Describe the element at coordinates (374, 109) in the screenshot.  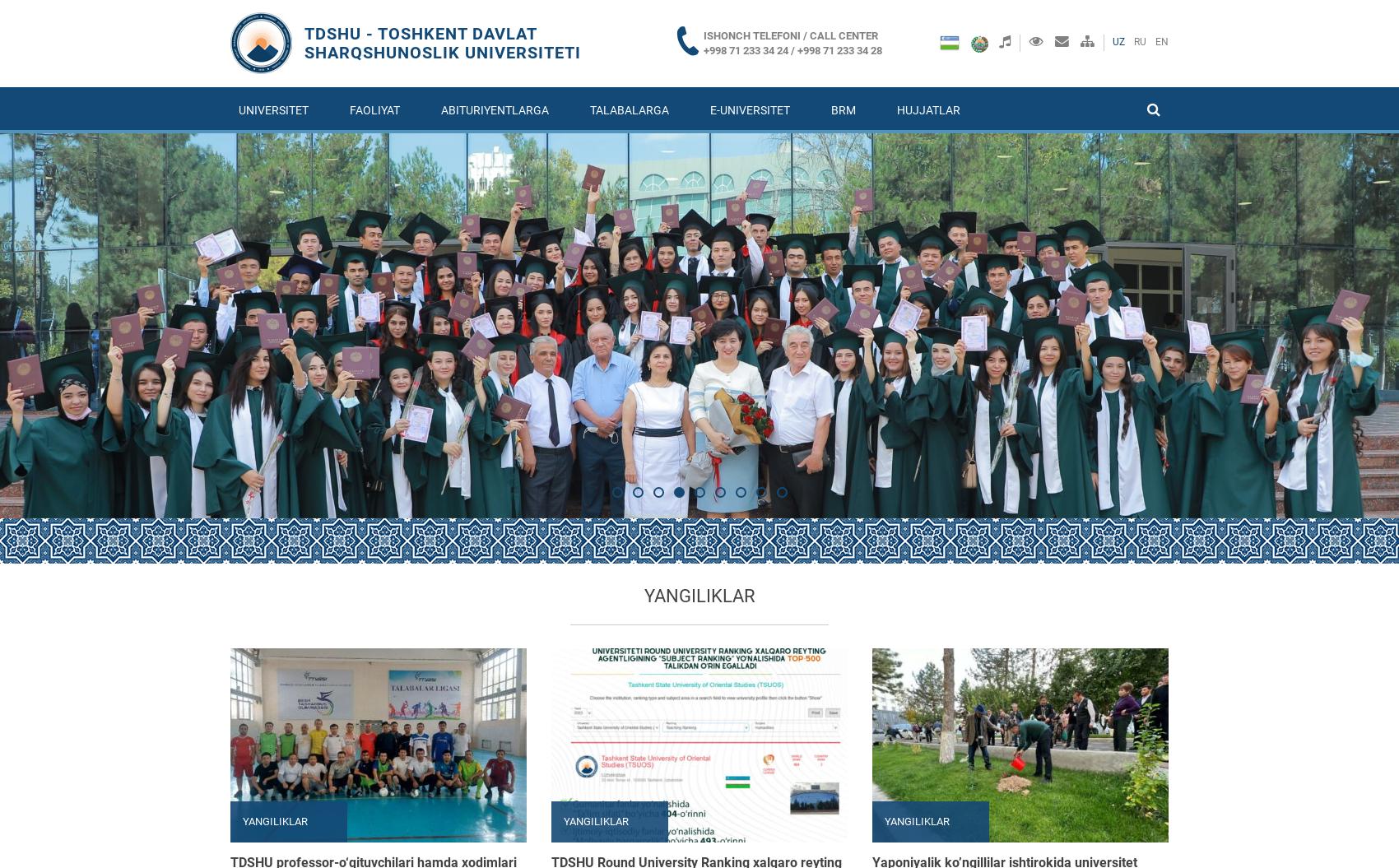
I see `'FAOLIYAT'` at that location.